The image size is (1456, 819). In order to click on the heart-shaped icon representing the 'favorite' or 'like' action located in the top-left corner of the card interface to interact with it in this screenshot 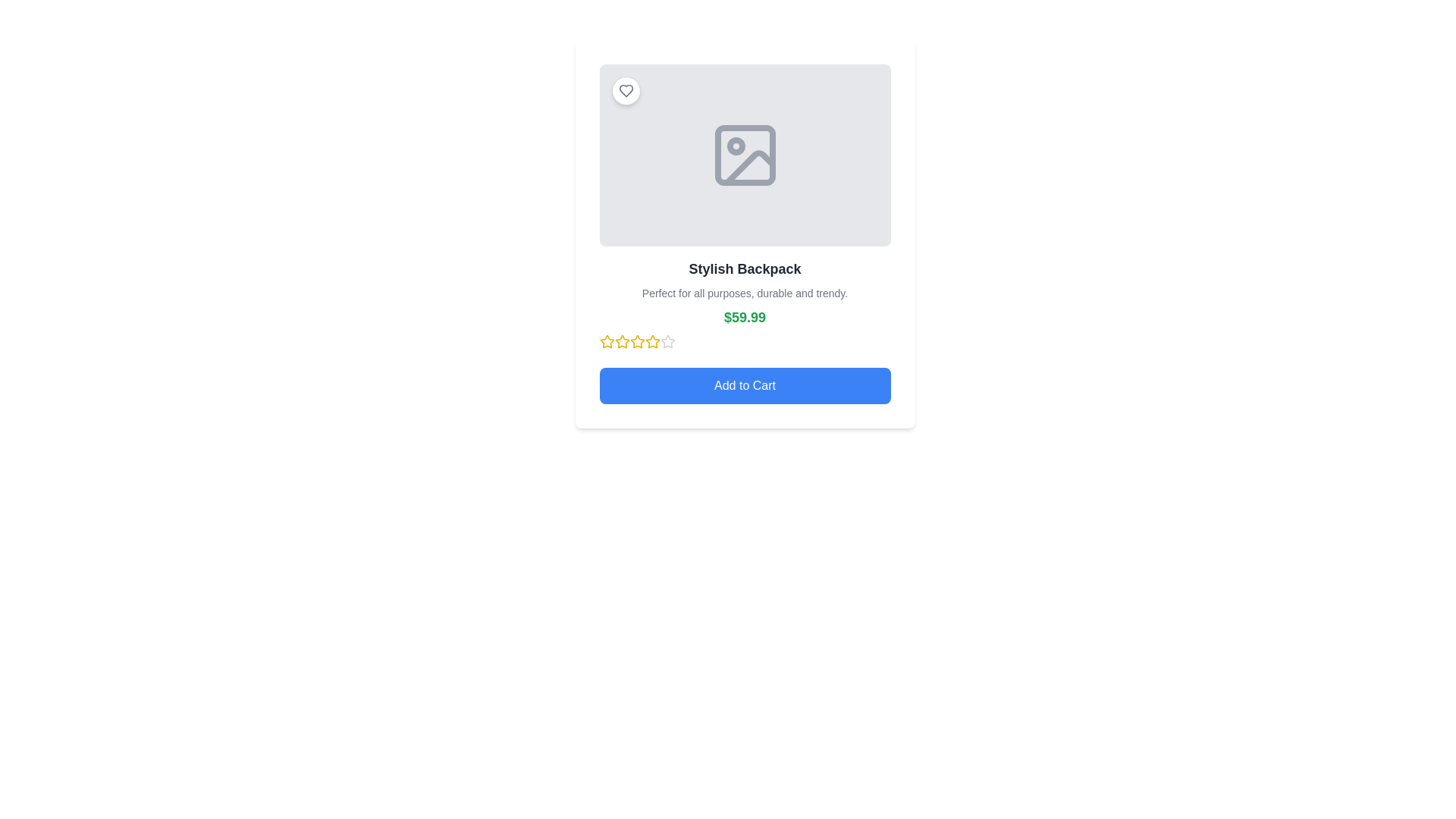, I will do `click(626, 90)`.